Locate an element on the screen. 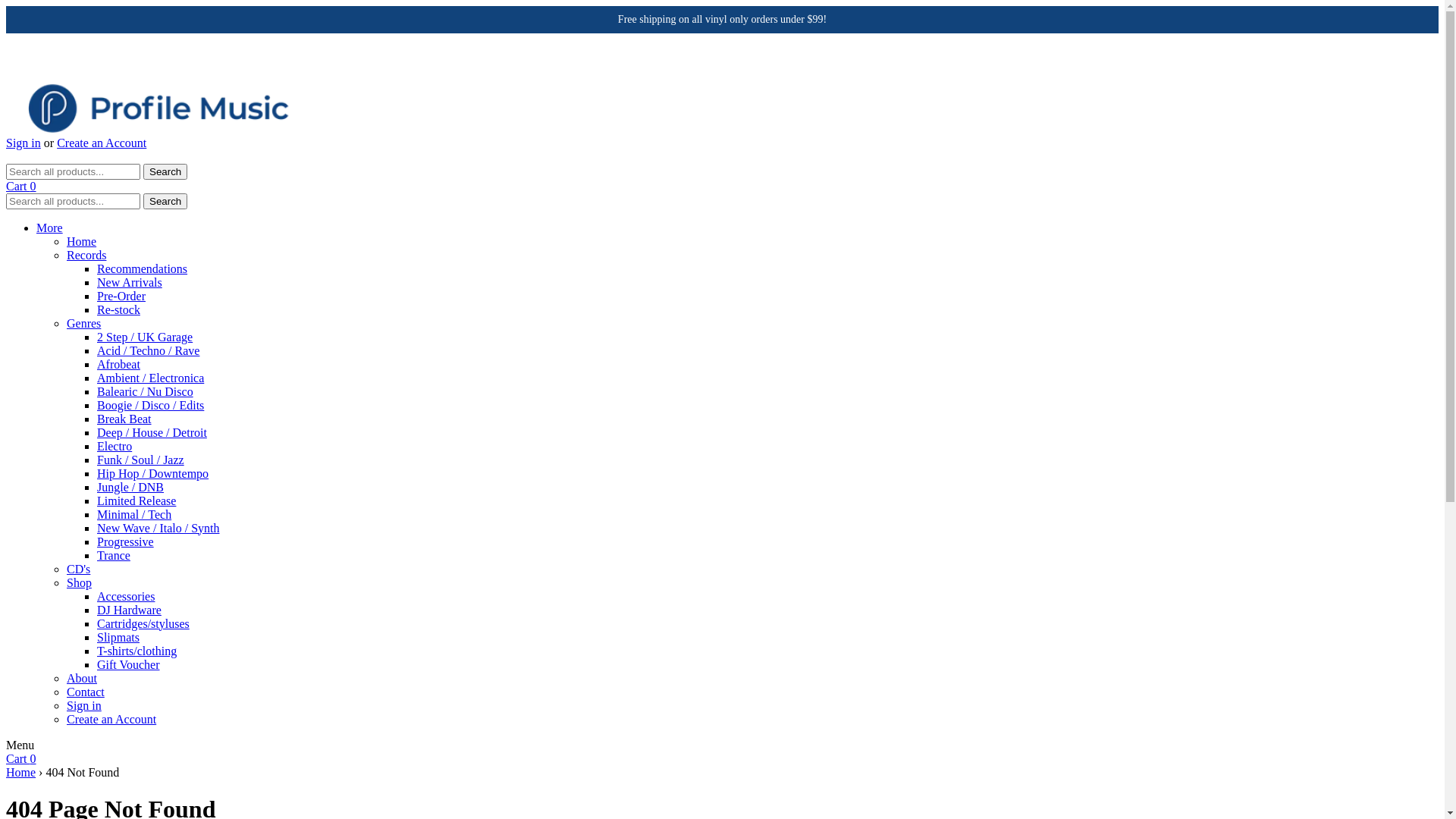 The height and width of the screenshot is (819, 1456). 'Limited Release' is located at coordinates (96, 500).